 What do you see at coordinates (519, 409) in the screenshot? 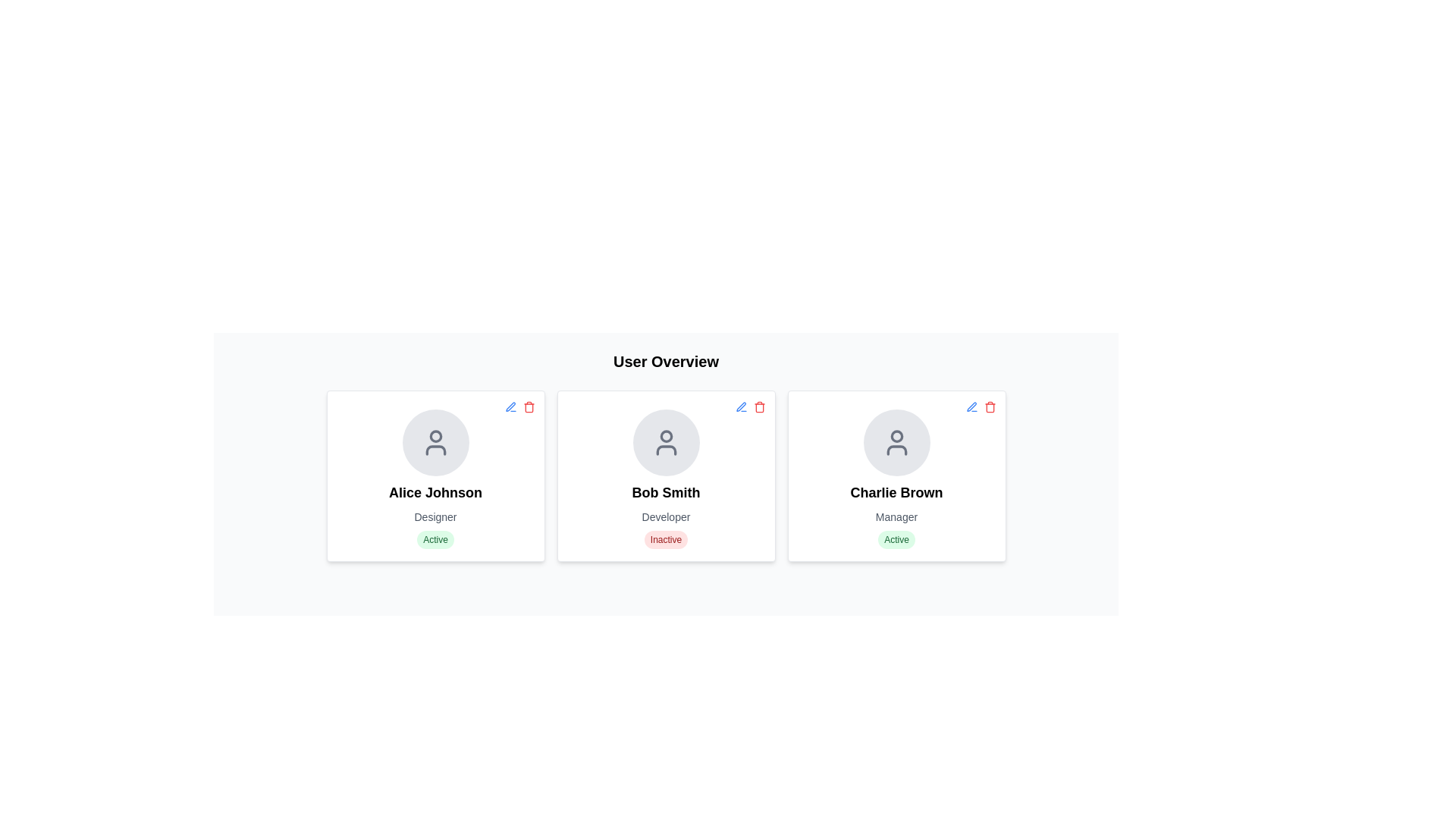
I see `the edit icon located at the top-right corner of the card containing the user 'Alice Johnson' to initiate editing` at bounding box center [519, 409].